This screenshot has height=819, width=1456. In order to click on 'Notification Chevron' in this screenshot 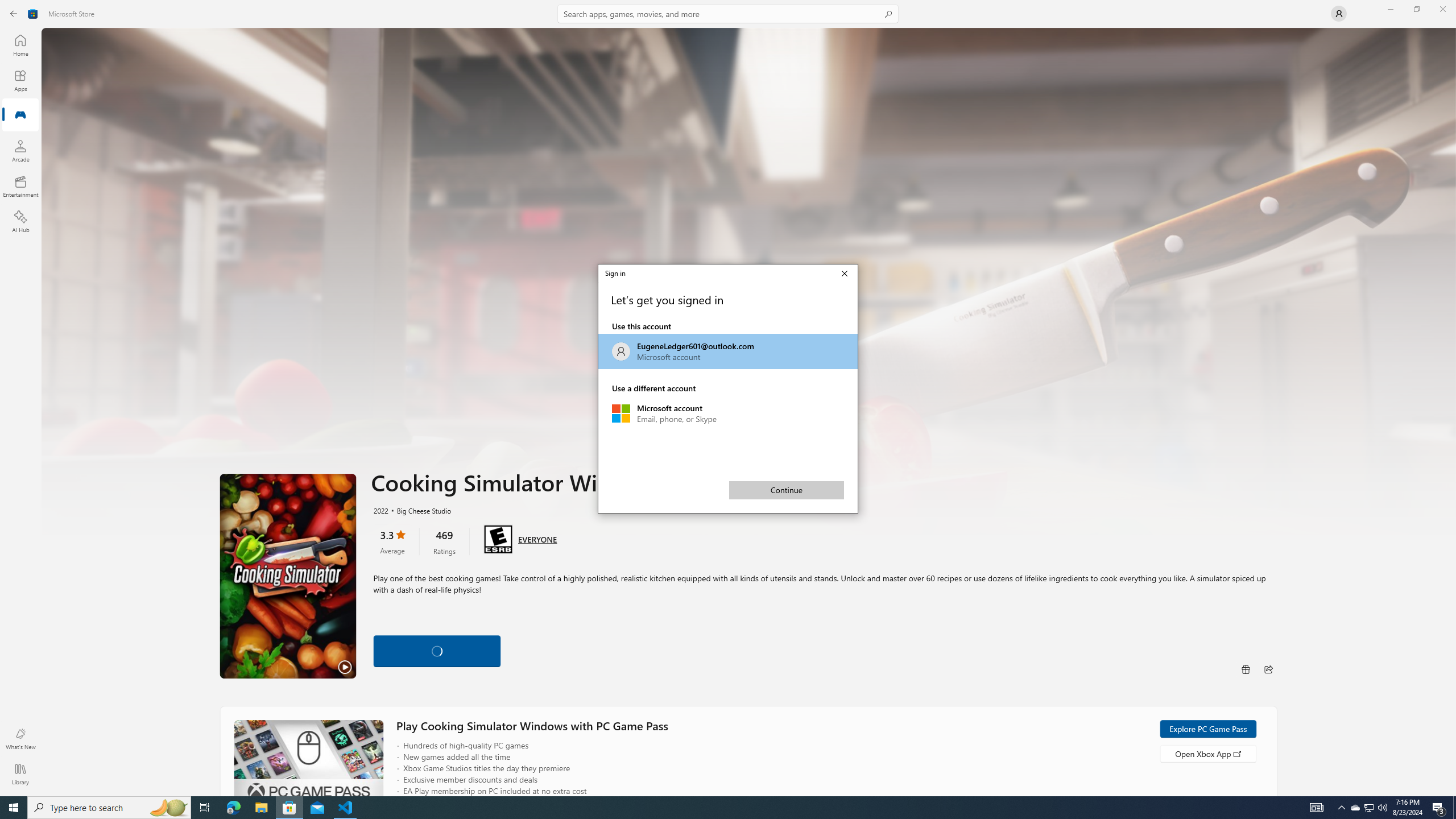, I will do `click(1342, 806)`.